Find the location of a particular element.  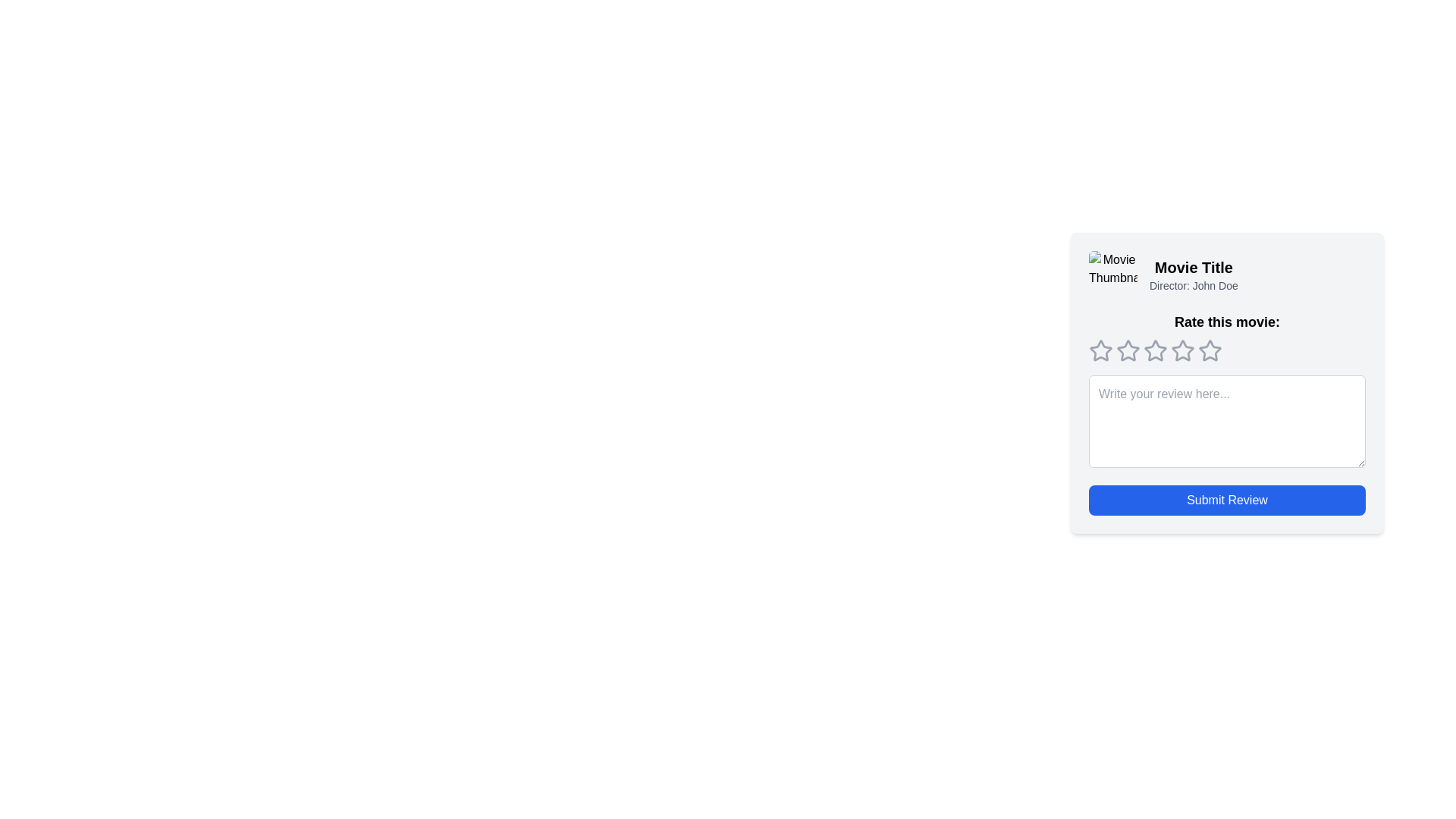

the fourth star icon in the rating section is located at coordinates (1182, 350).